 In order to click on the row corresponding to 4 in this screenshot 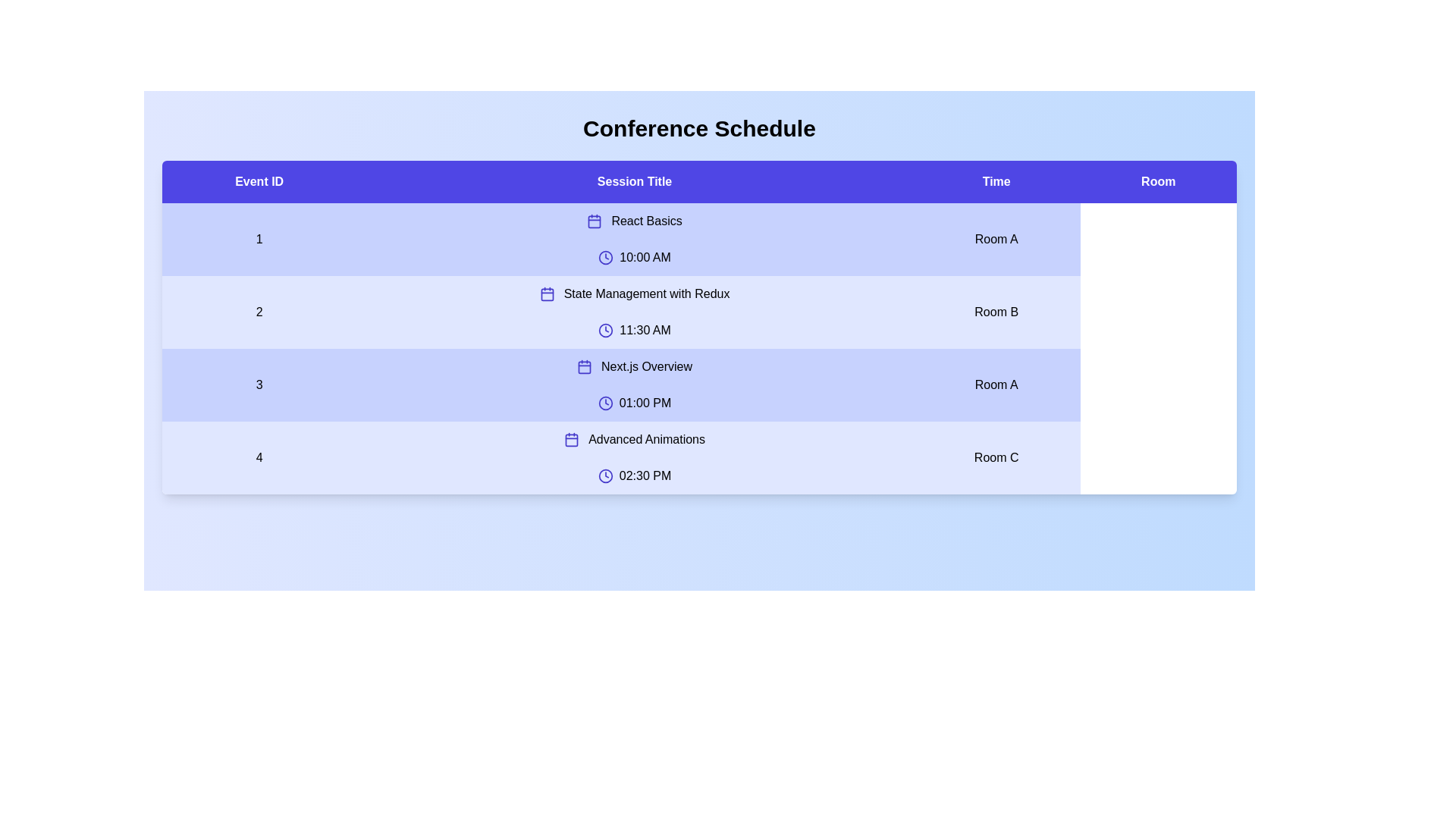, I will do `click(698, 457)`.